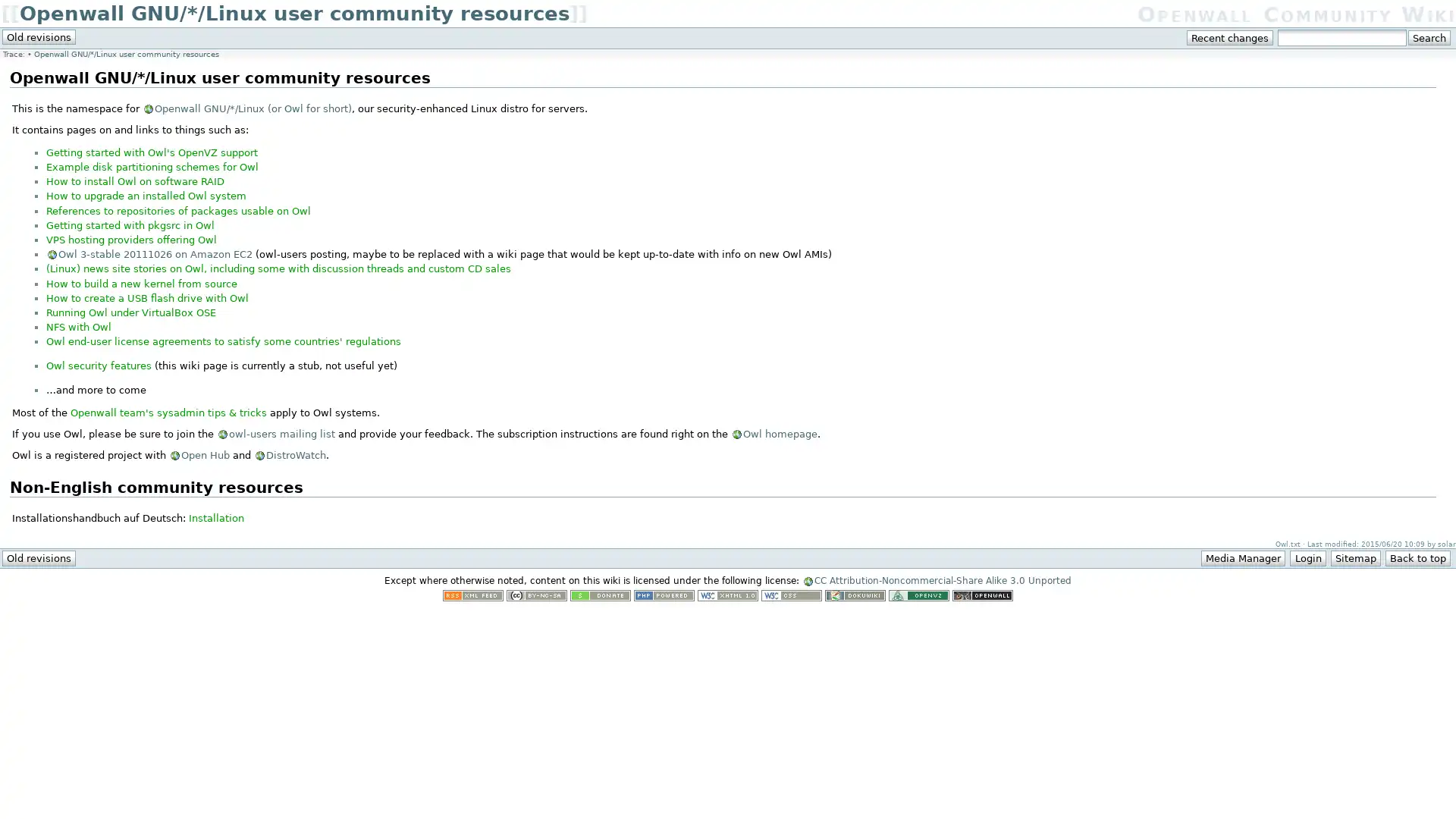 This screenshot has width=1456, height=819. What do you see at coordinates (39, 558) in the screenshot?
I see `Old revisions` at bounding box center [39, 558].